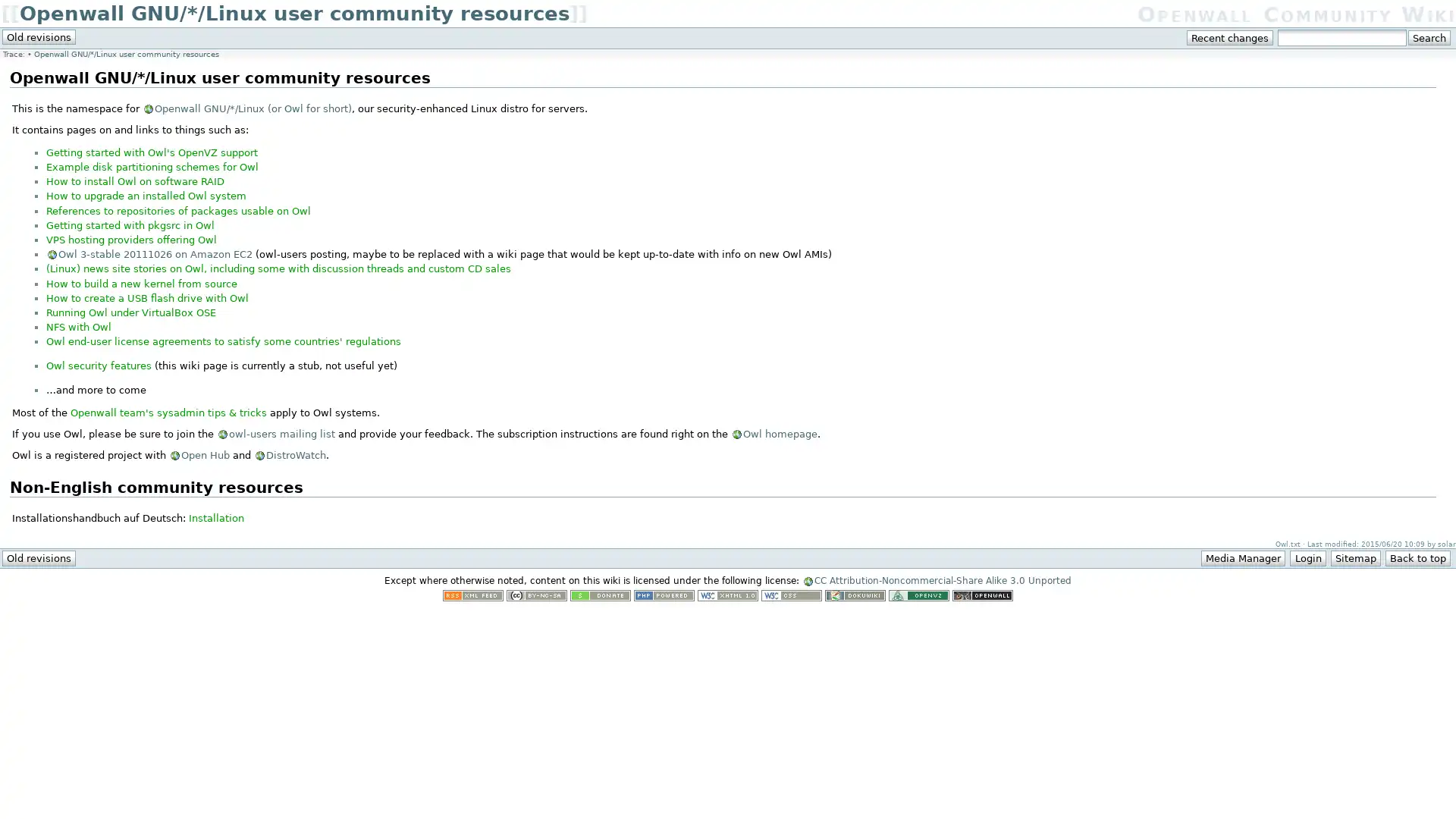 This screenshot has width=1456, height=819. What do you see at coordinates (39, 558) in the screenshot?
I see `Old revisions` at bounding box center [39, 558].